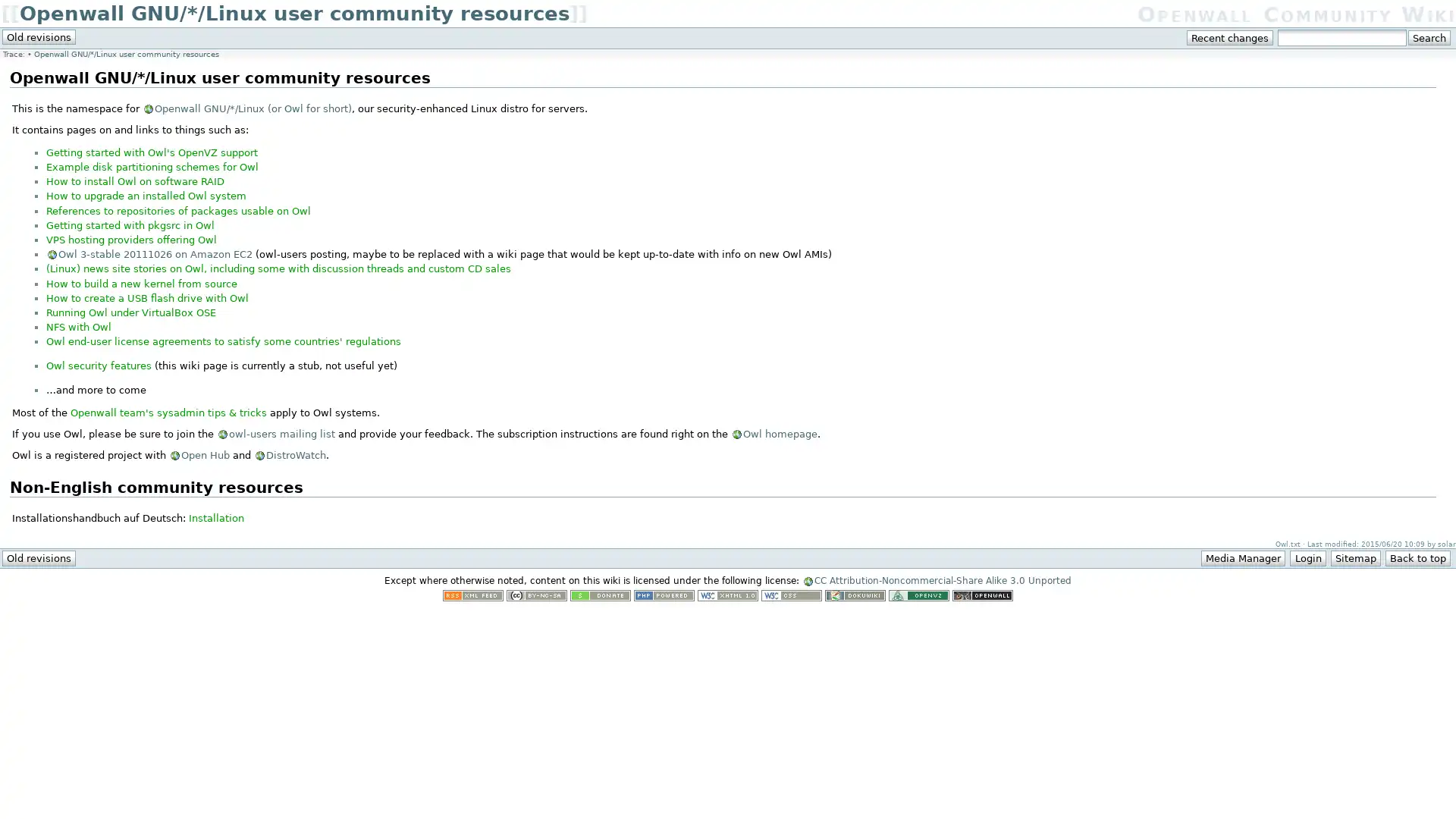 This screenshot has width=1456, height=819. What do you see at coordinates (39, 558) in the screenshot?
I see `Old revisions` at bounding box center [39, 558].